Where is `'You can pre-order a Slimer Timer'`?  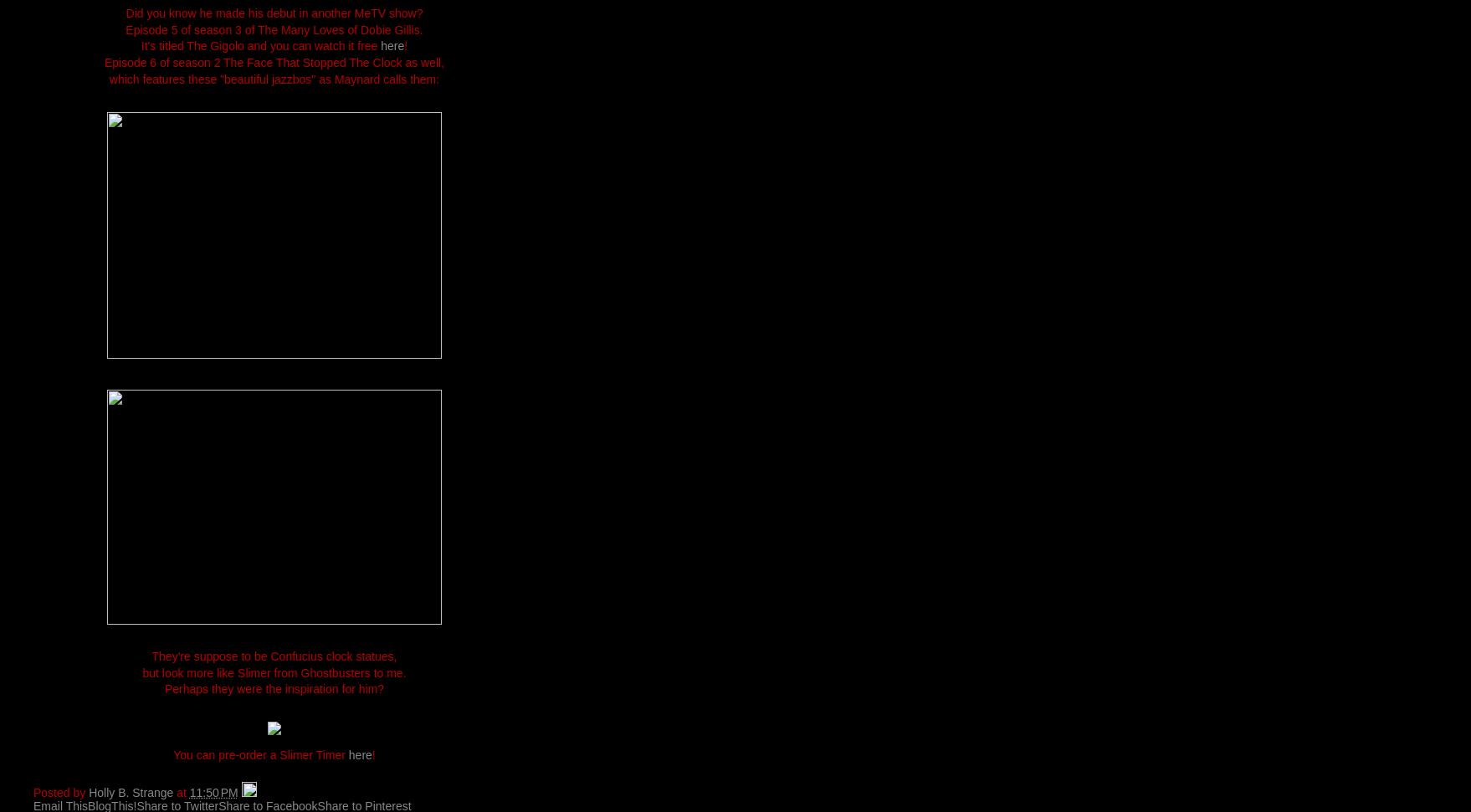
'You can pre-order a Slimer Timer' is located at coordinates (260, 753).